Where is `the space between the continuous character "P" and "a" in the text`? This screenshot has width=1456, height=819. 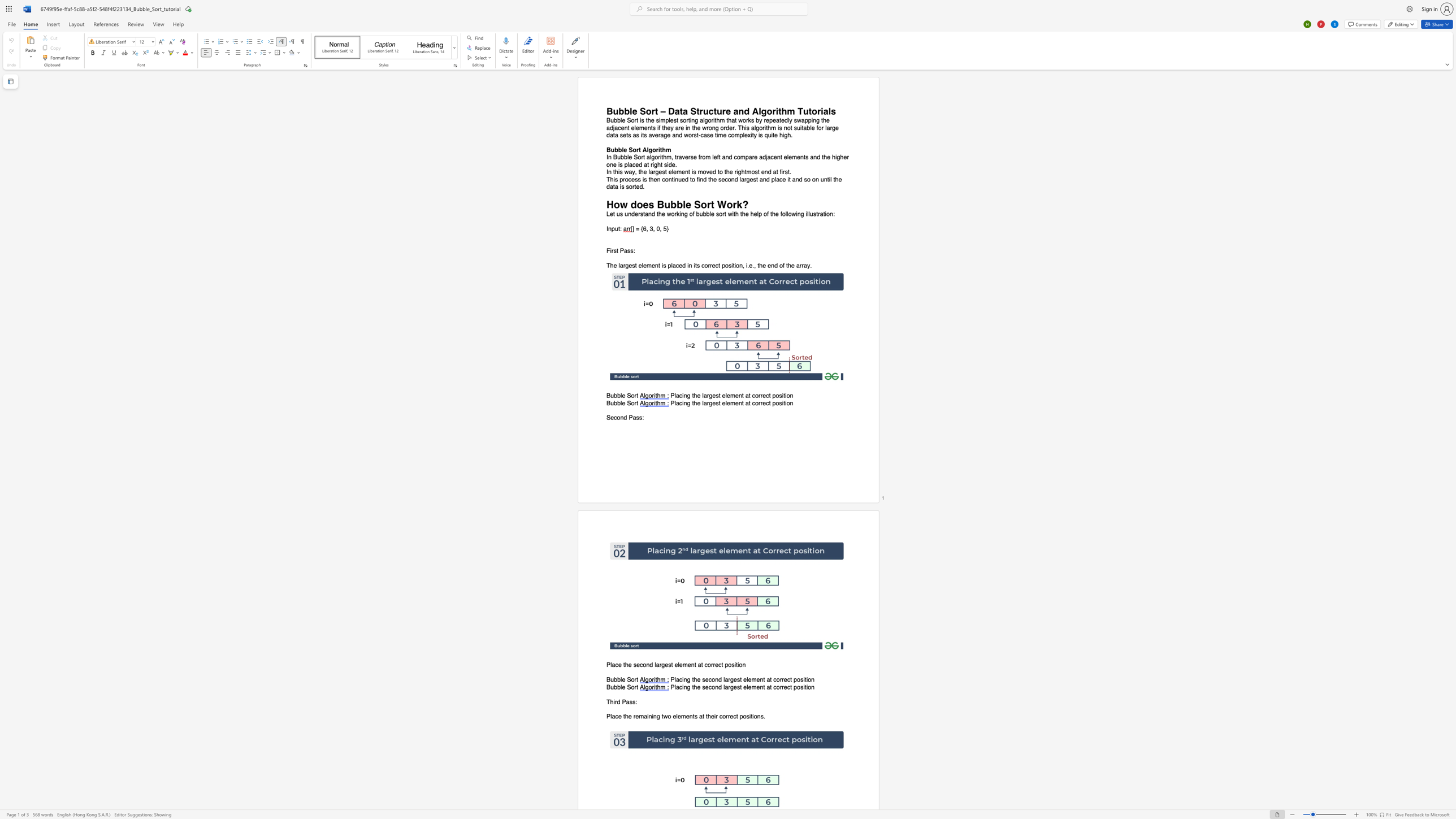
the space between the continuous character "P" and "a" in the text is located at coordinates (623, 251).